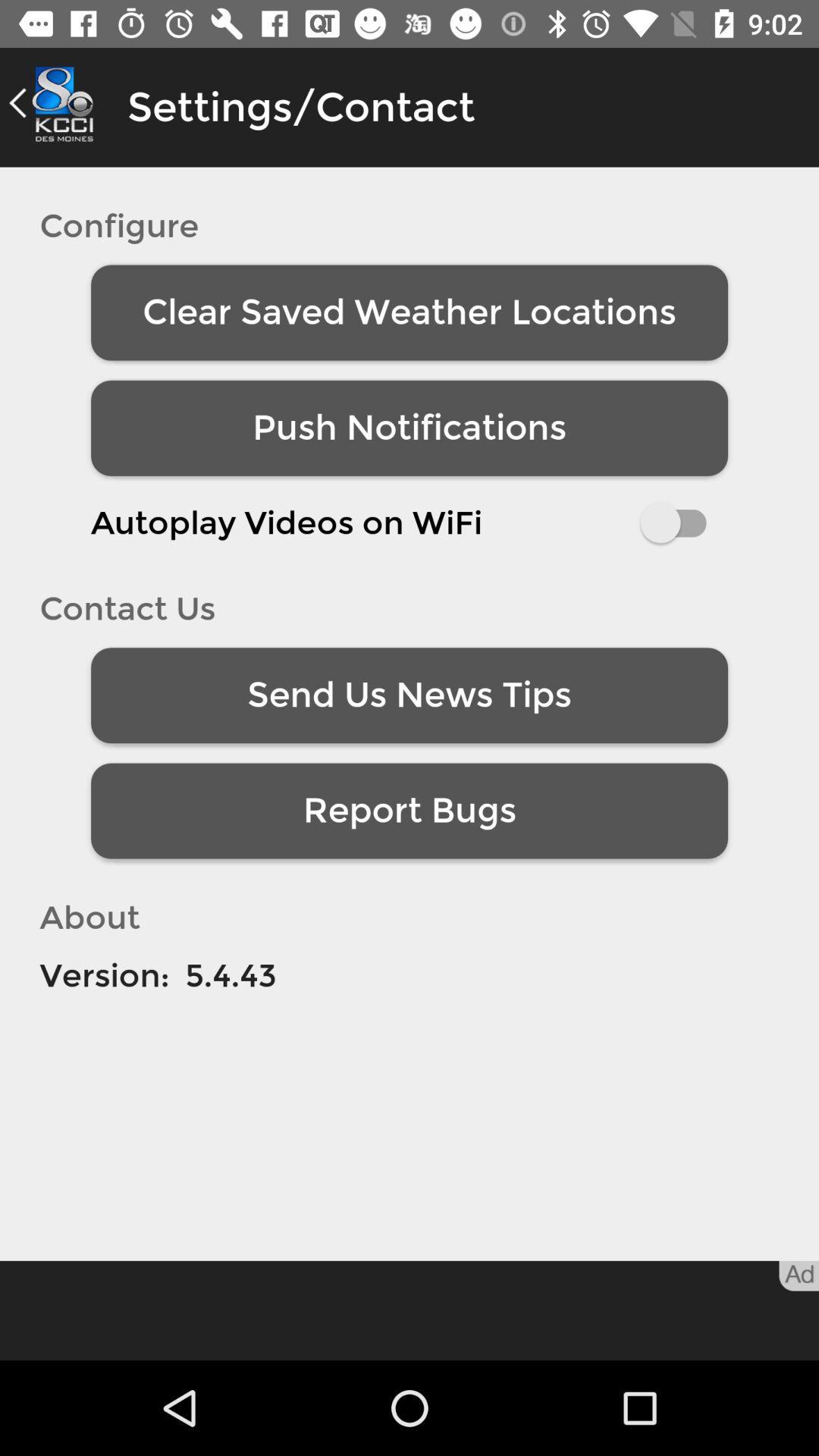 The height and width of the screenshot is (1456, 819). What do you see at coordinates (231, 975) in the screenshot?
I see `the 5.4.43 icon` at bounding box center [231, 975].